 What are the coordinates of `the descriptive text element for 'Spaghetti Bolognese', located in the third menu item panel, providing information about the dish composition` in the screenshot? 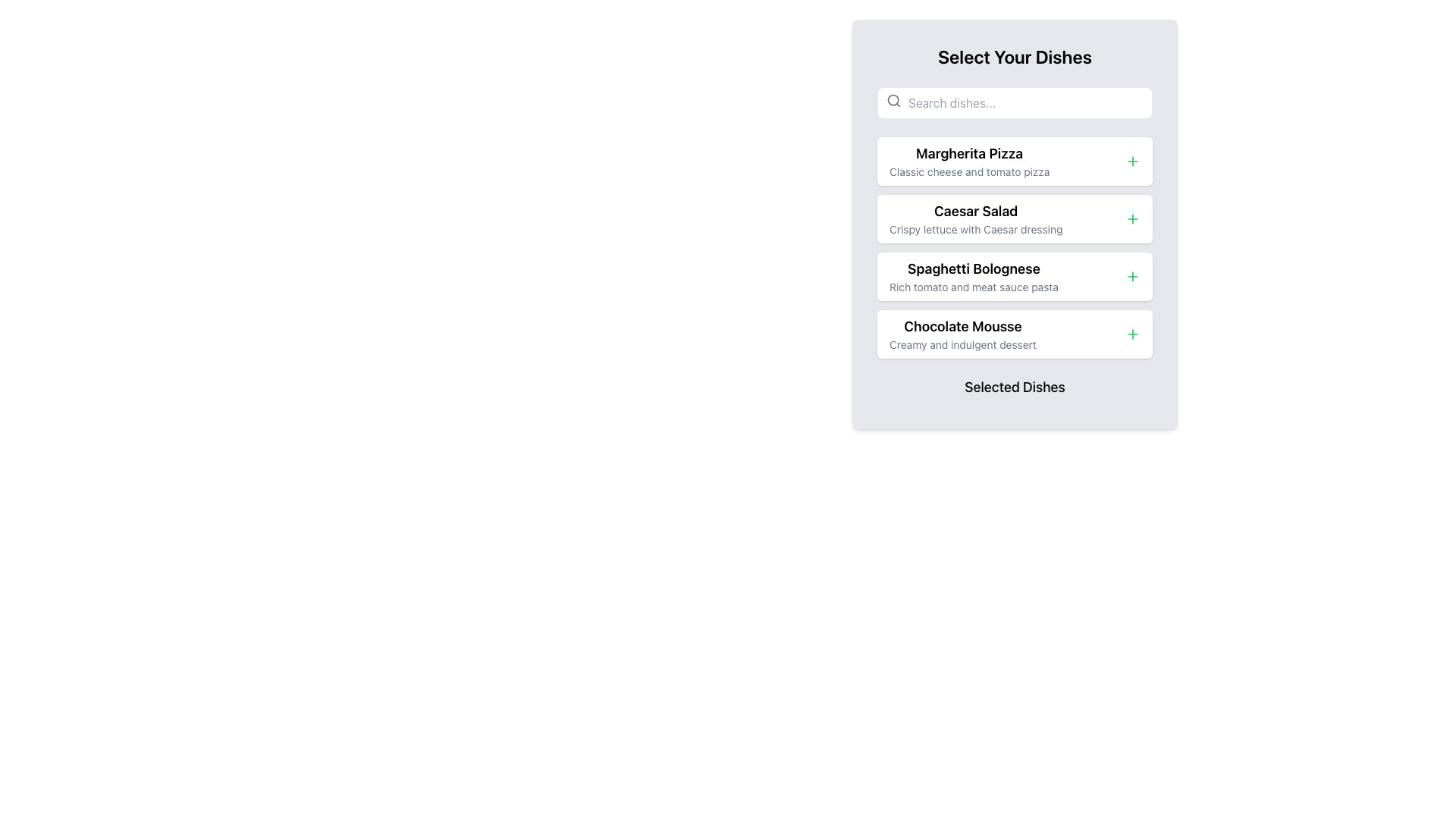 It's located at (974, 287).